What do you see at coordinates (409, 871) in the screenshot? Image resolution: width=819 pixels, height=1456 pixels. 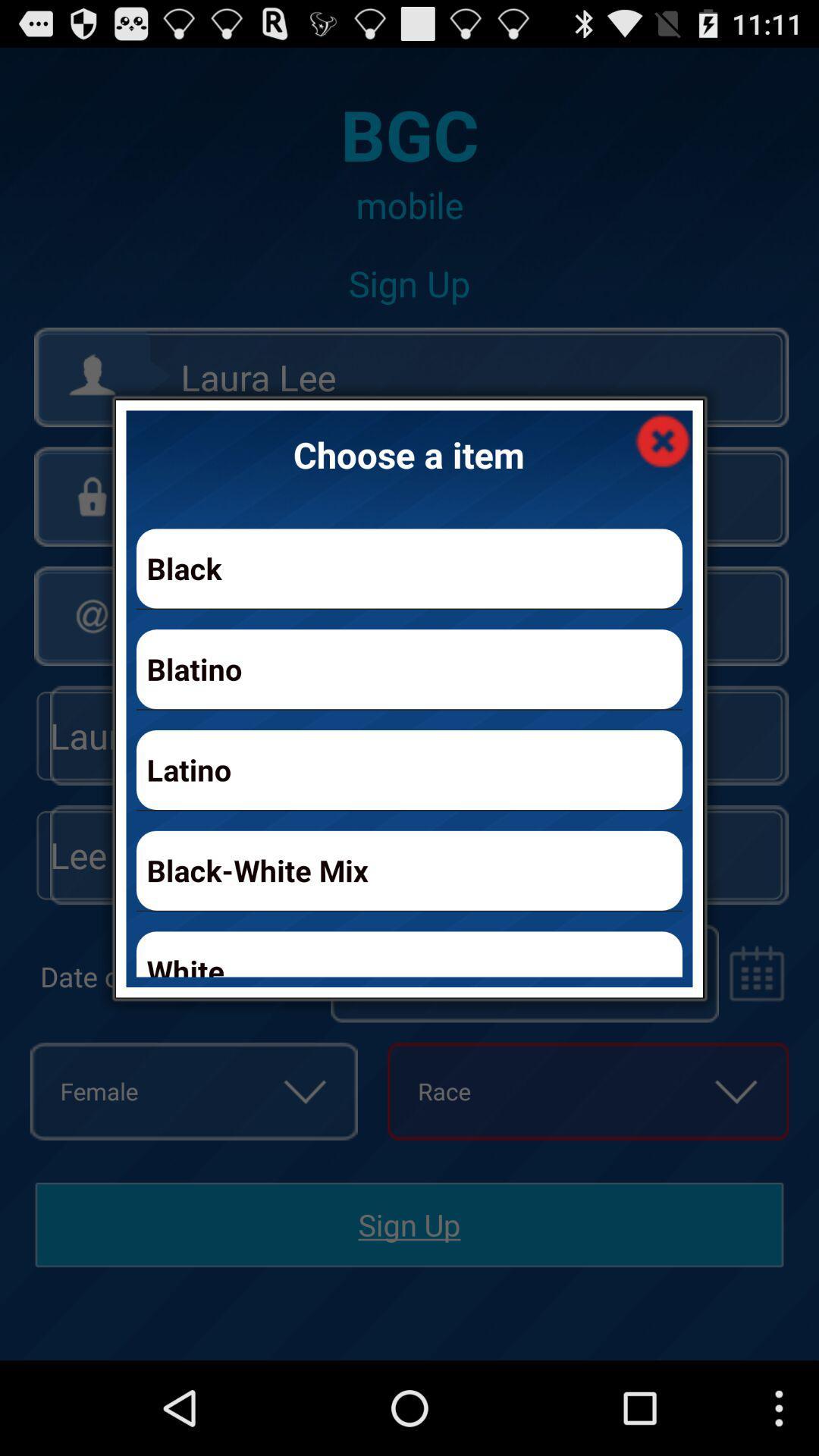 I see `black-white mix item` at bounding box center [409, 871].